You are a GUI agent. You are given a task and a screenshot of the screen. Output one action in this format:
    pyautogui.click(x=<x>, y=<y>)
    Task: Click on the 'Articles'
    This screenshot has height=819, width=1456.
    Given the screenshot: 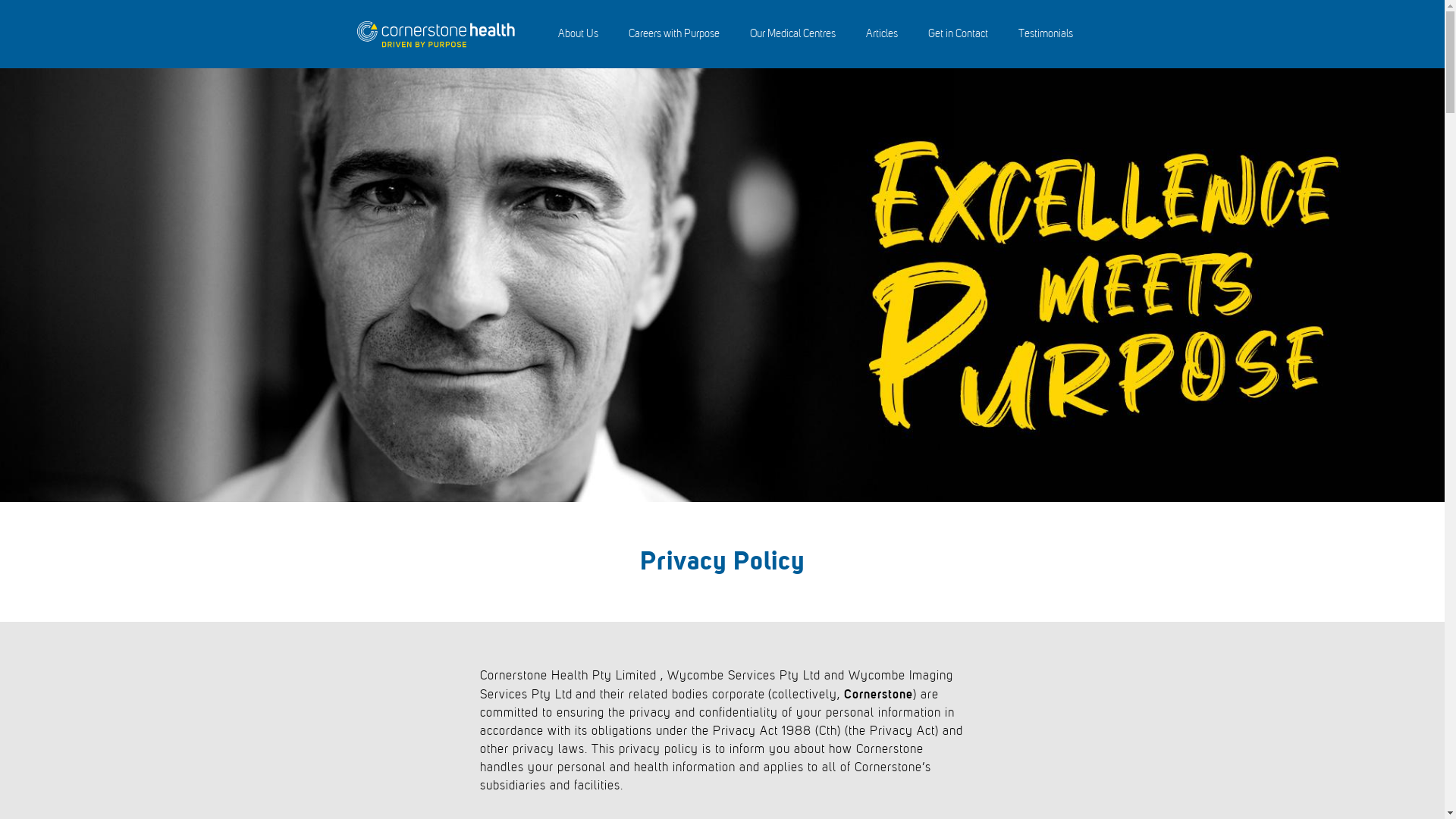 What is the action you would take?
    pyautogui.click(x=881, y=34)
    